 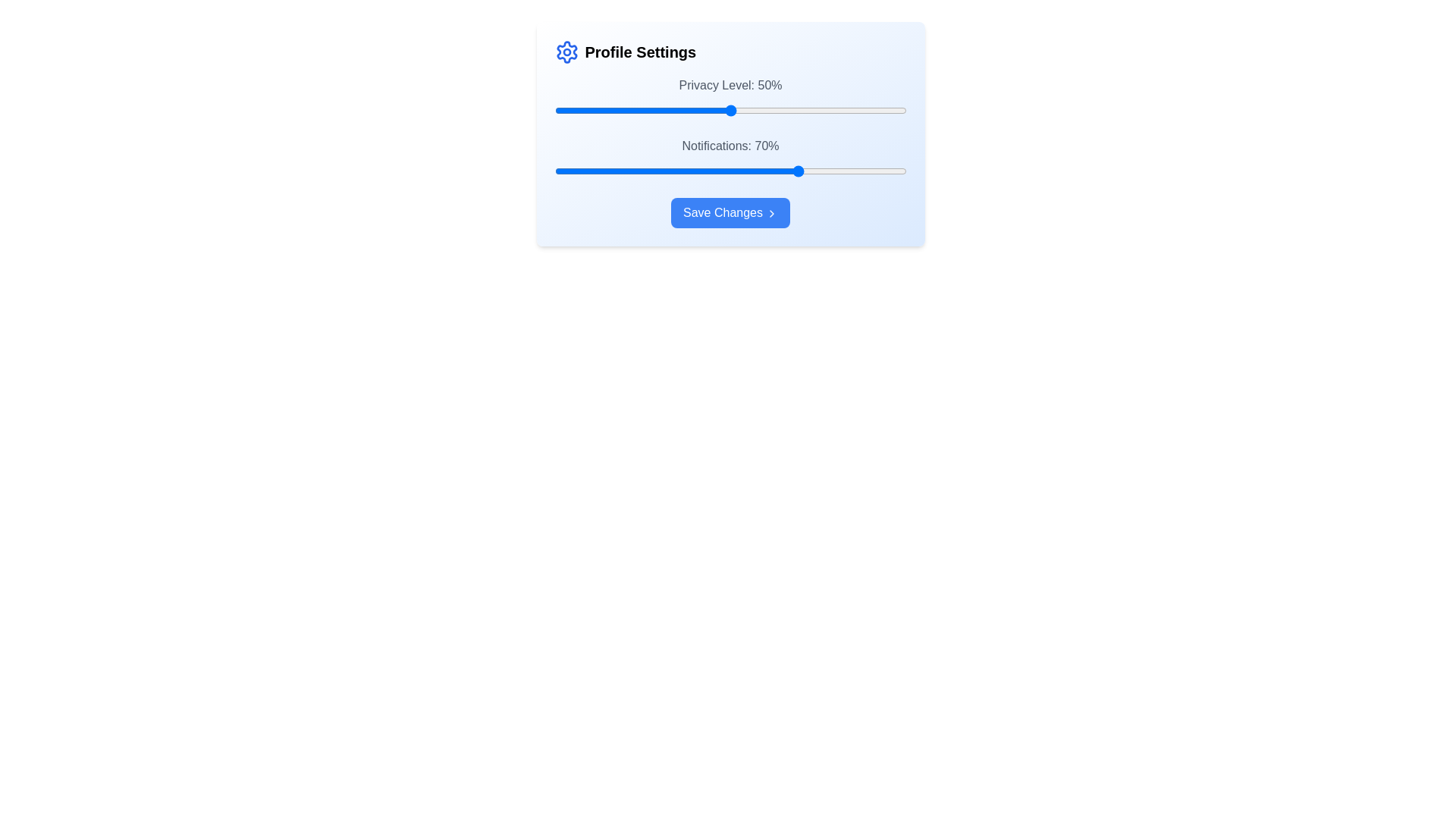 I want to click on the 'Privacy Level' slider to 6%, so click(x=575, y=110).